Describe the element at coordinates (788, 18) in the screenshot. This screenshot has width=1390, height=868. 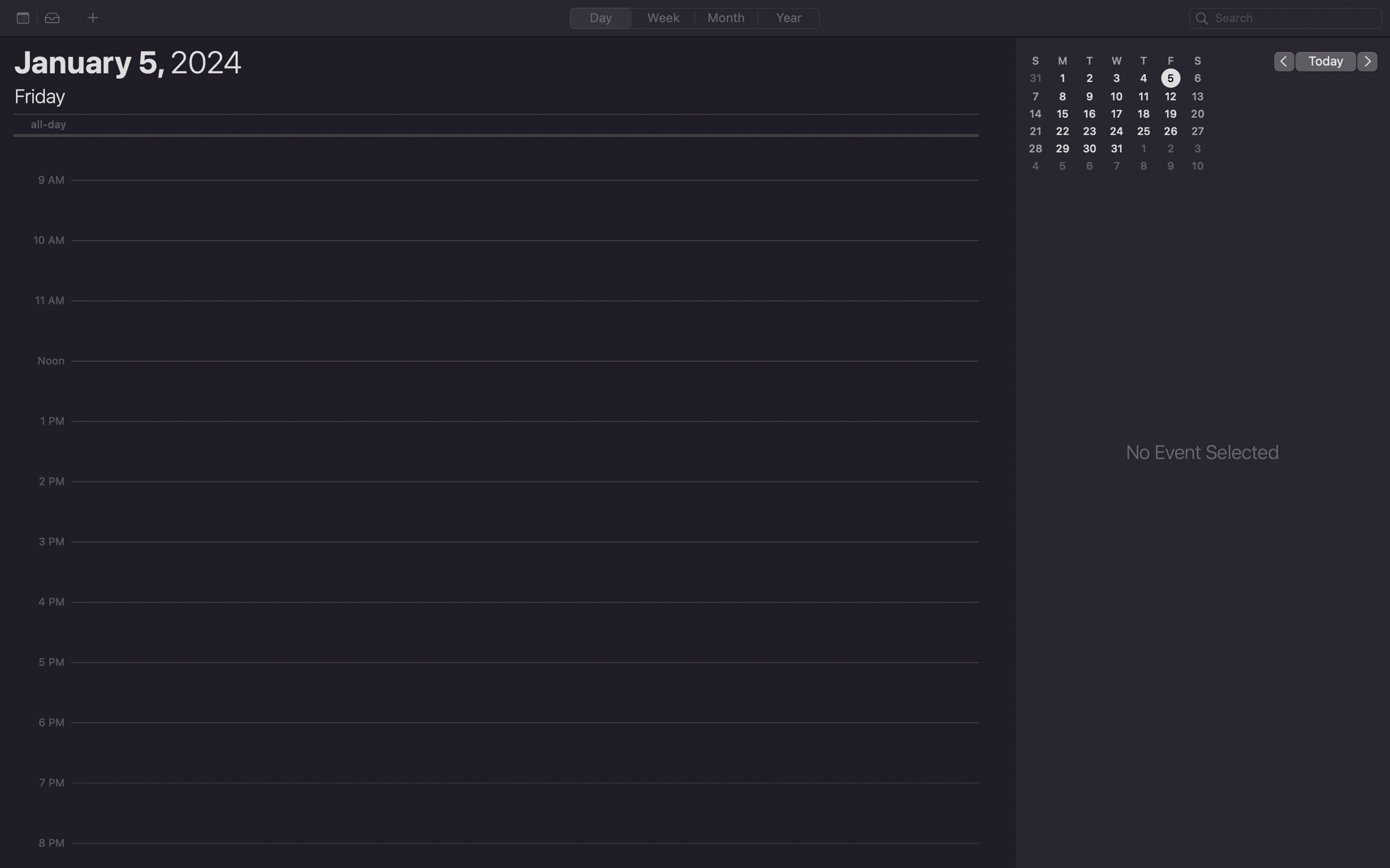
I see `the year view on the calendar` at that location.